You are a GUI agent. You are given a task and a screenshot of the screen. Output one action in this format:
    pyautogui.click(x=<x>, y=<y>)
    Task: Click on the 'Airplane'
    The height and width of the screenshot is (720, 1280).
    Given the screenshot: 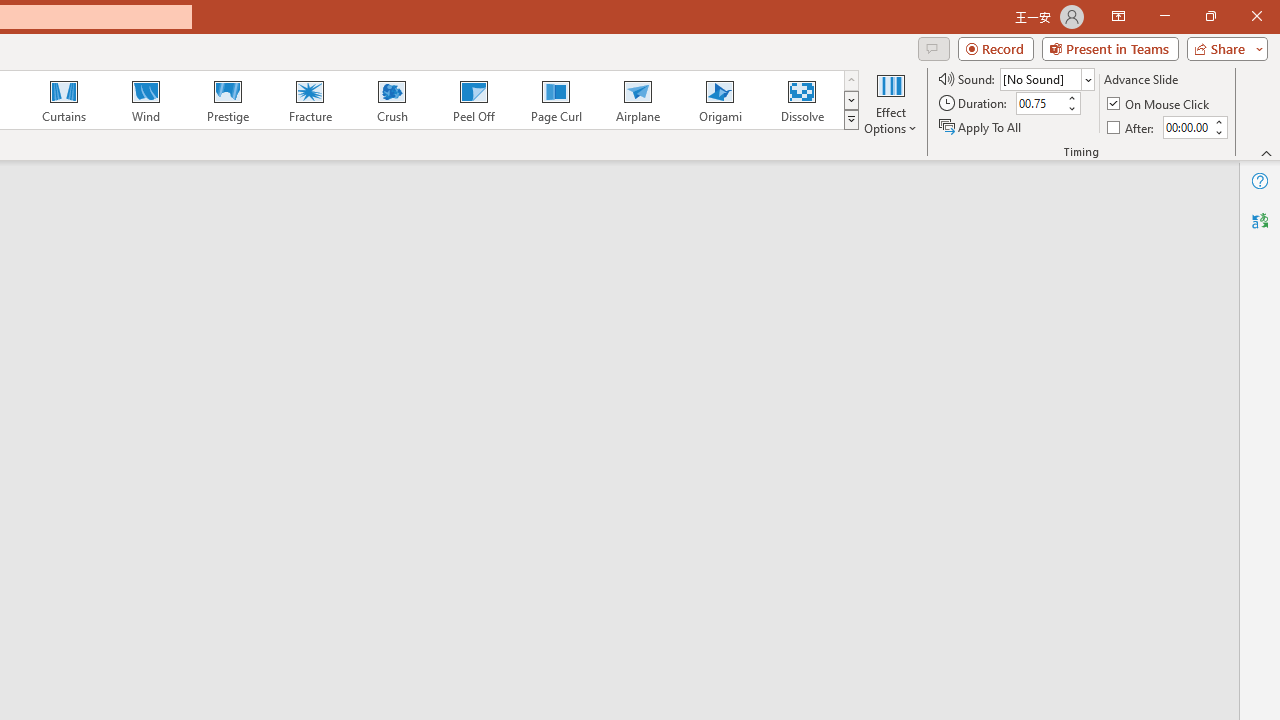 What is the action you would take?
    pyautogui.click(x=636, y=100)
    